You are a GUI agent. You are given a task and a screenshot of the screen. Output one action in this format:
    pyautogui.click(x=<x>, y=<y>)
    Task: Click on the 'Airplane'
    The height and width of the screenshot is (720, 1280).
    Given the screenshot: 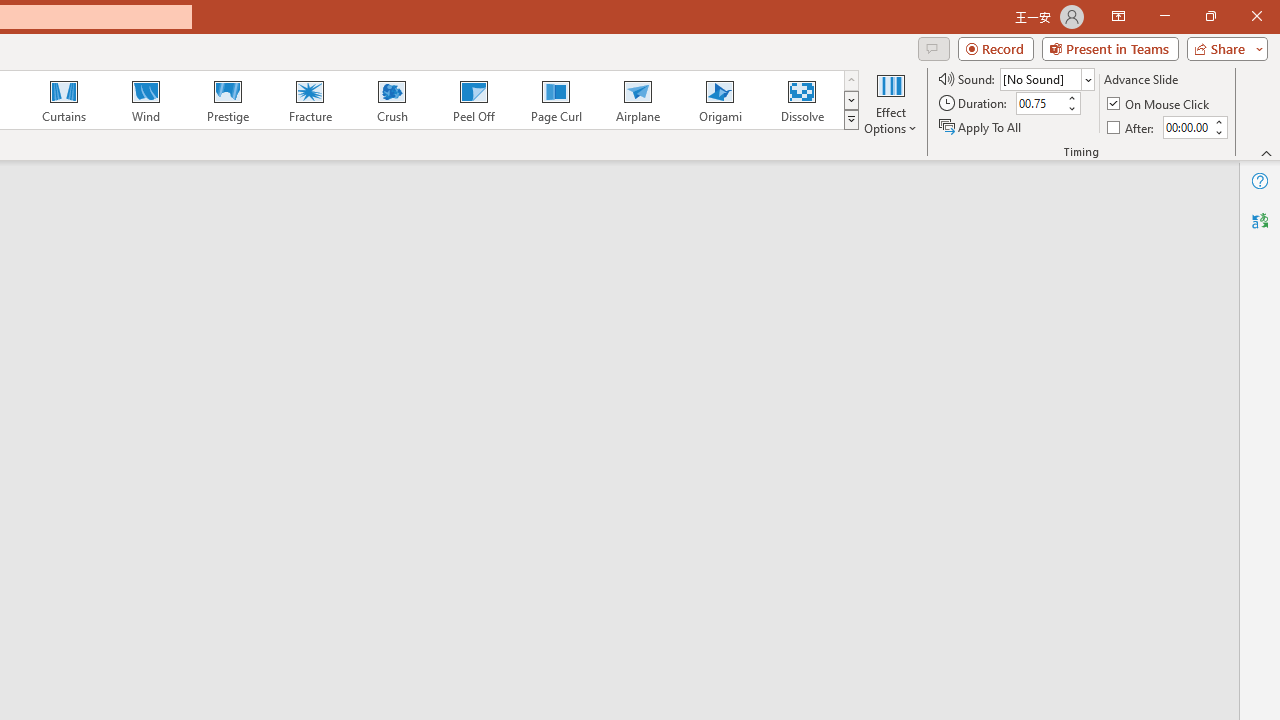 What is the action you would take?
    pyautogui.click(x=636, y=100)
    